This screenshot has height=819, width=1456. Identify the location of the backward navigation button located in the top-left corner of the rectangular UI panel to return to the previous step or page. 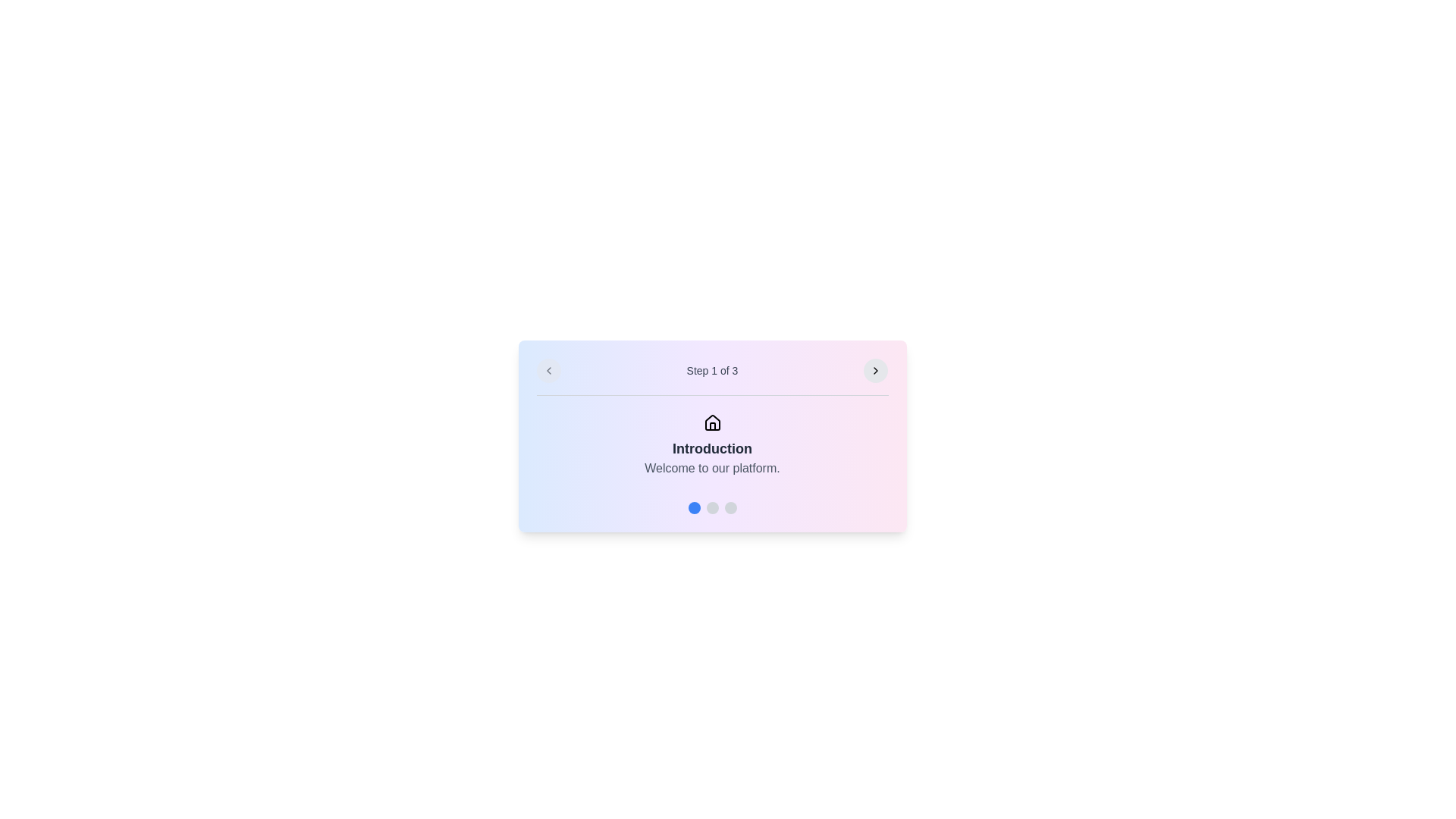
(548, 371).